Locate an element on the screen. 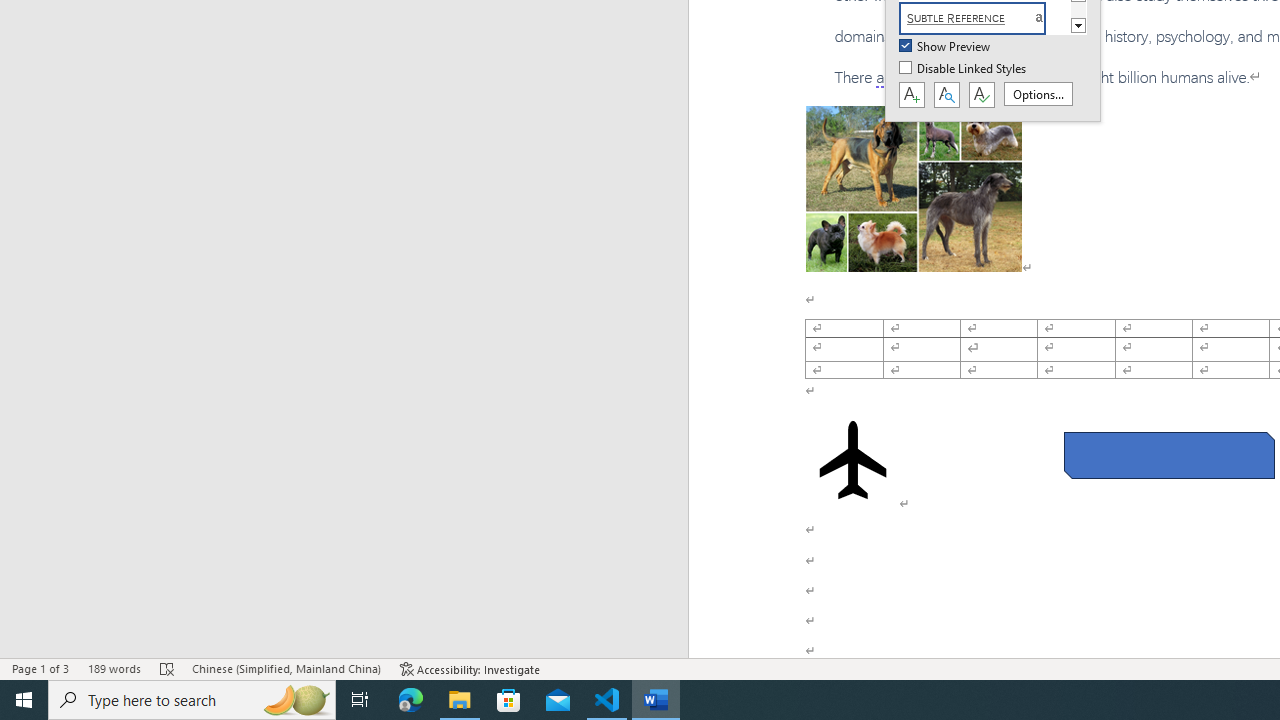  'Class: NetUIButton' is located at coordinates (981, 95).